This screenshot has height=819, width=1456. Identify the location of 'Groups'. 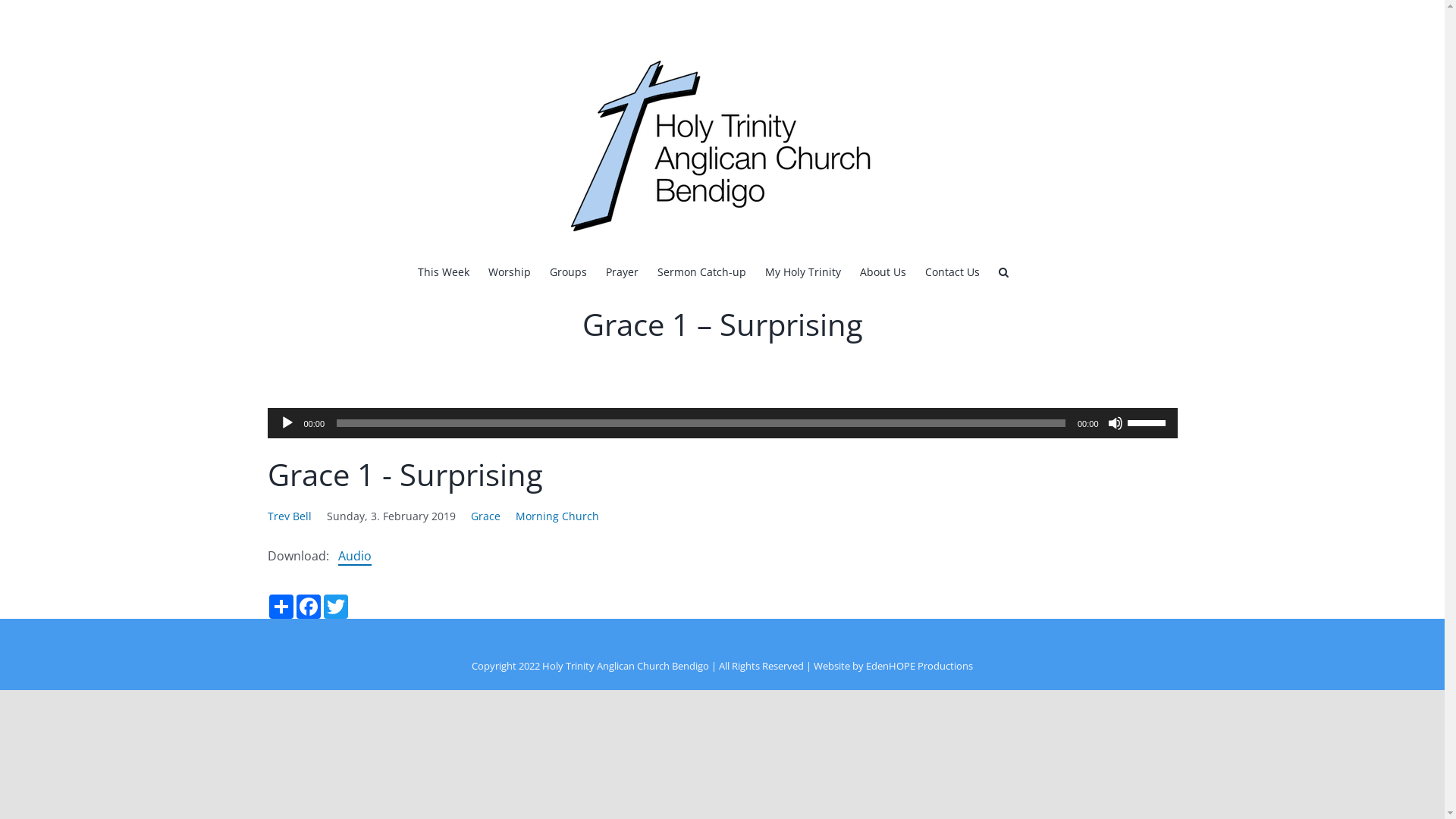
(566, 270).